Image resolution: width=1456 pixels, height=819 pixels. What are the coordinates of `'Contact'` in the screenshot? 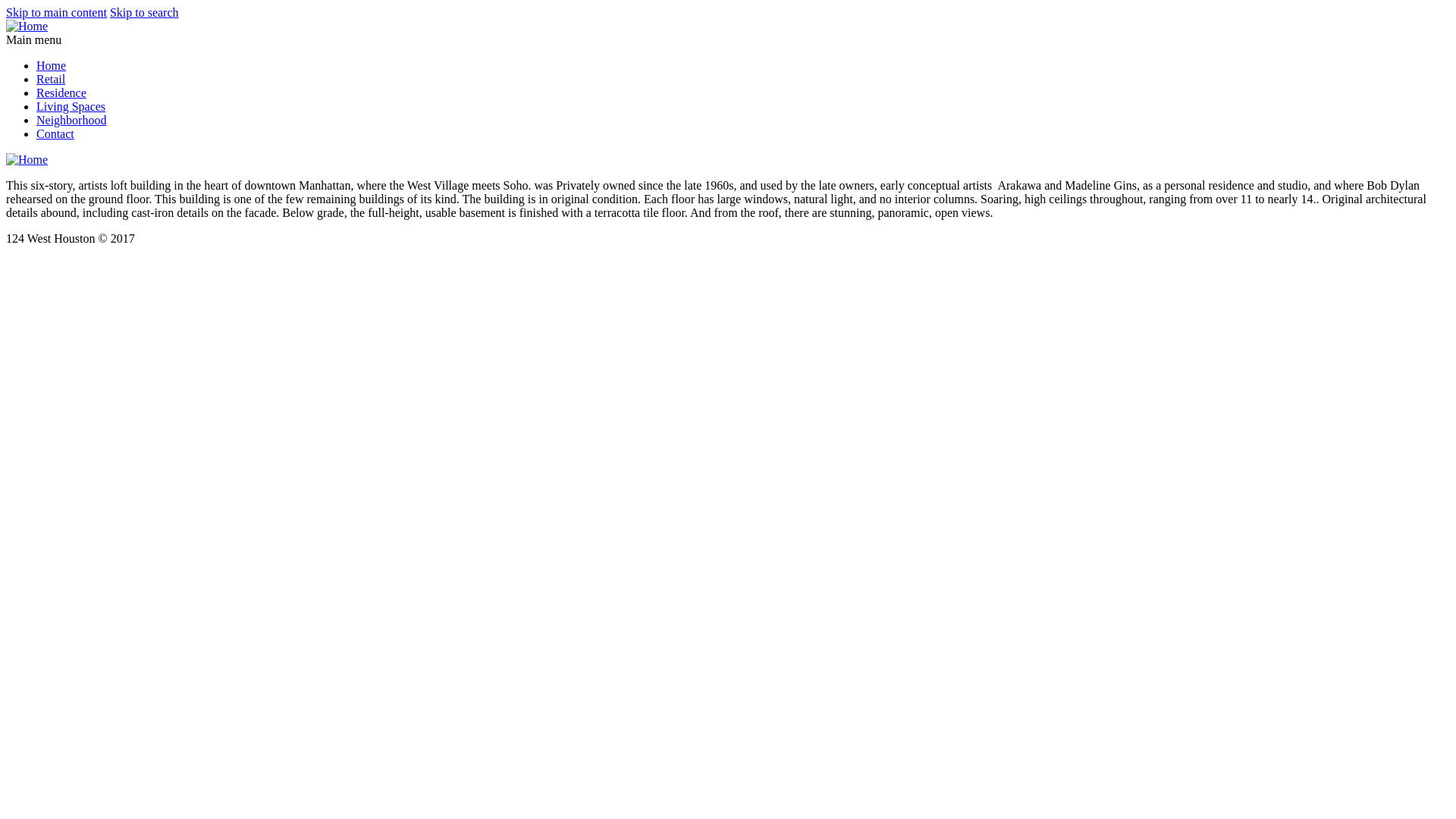 It's located at (55, 133).